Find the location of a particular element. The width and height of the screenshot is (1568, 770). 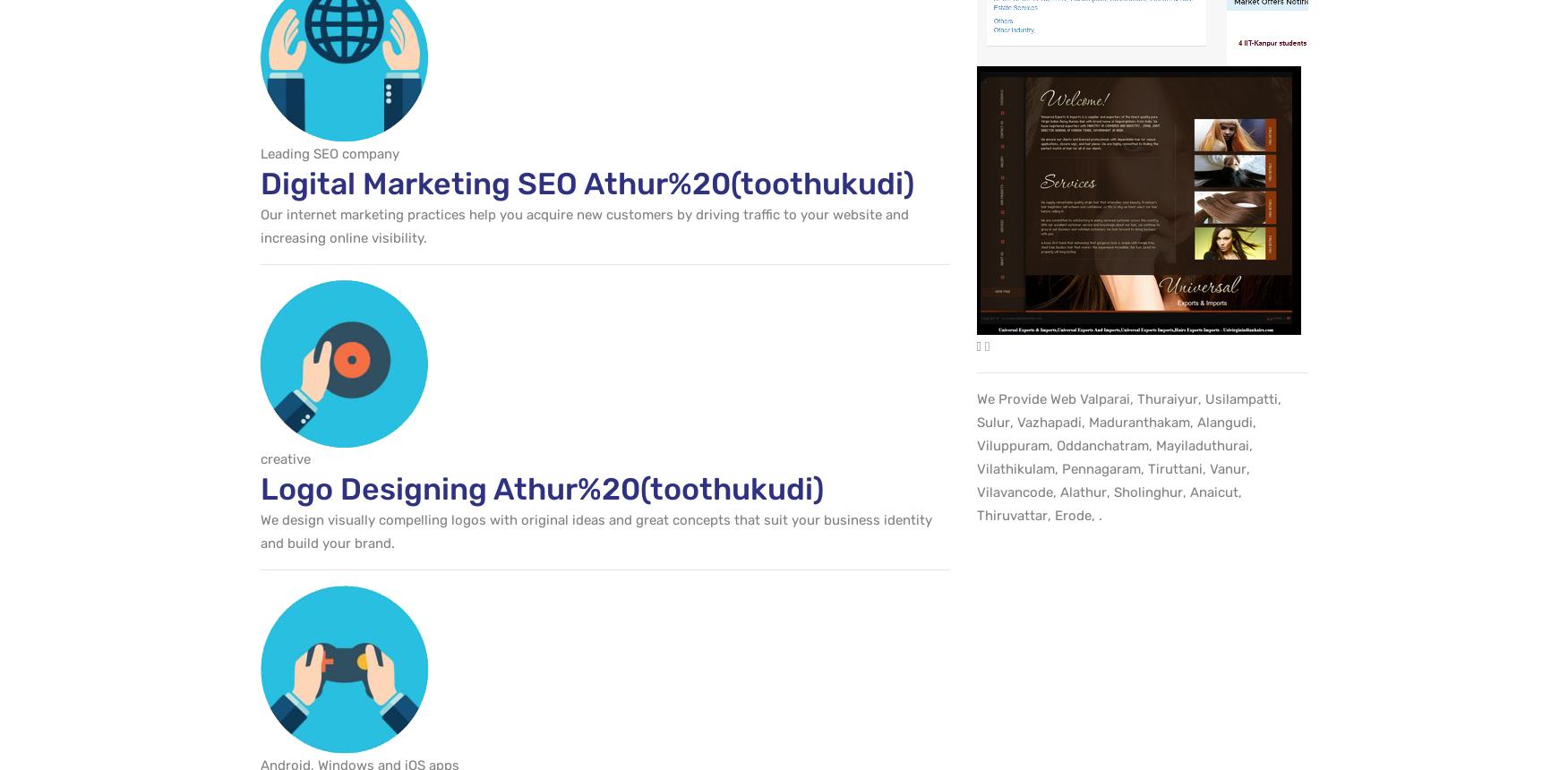

'Sholinghur' is located at coordinates (1113, 492).